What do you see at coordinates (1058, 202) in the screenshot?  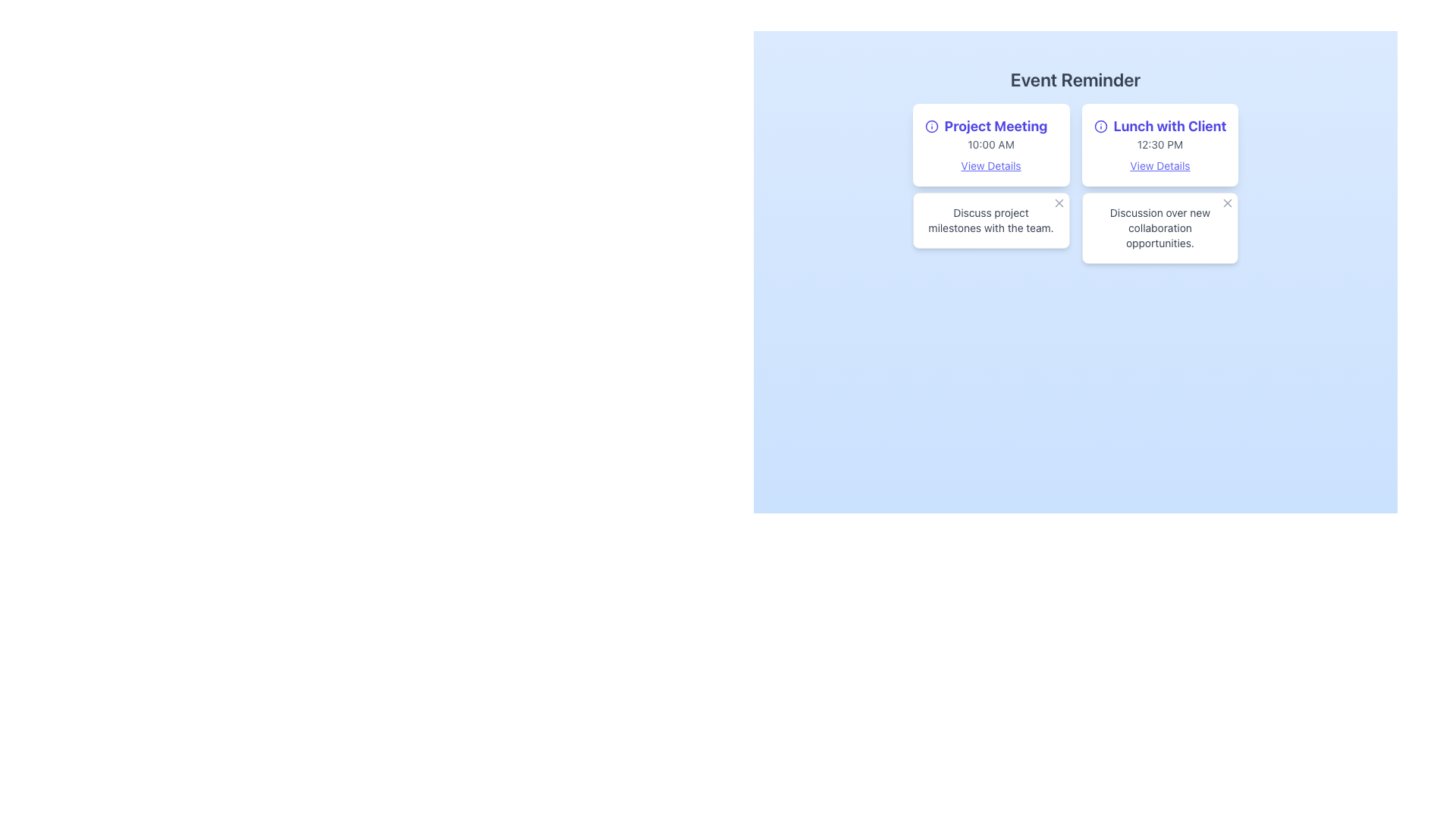 I see `the close button located in the upper-right corner of the white panel displaying 'Discuss project milestones with the team'` at bounding box center [1058, 202].